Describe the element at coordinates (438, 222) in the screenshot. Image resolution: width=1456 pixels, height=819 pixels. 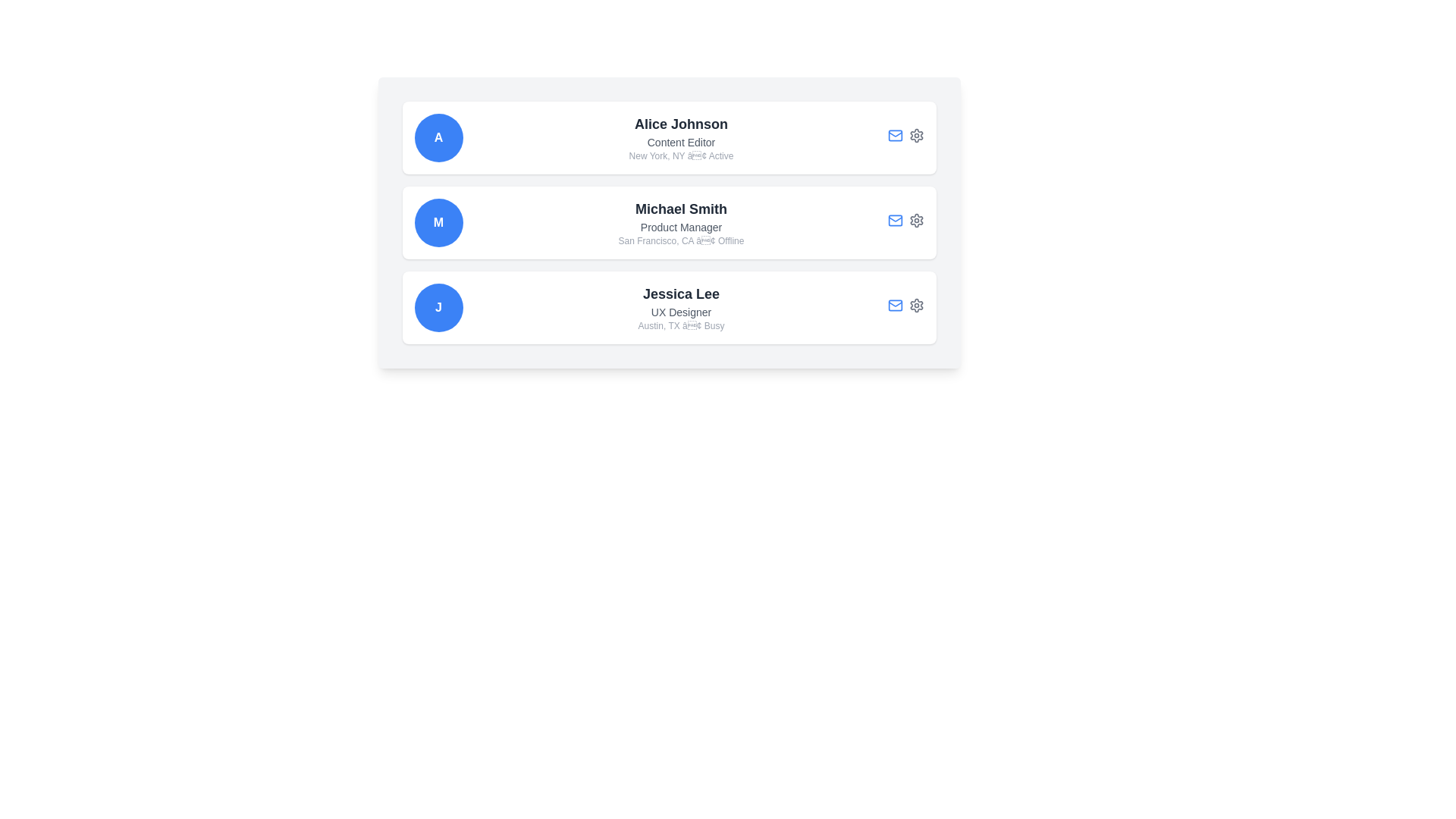
I see `the user profile indicator for 'Michael Smith', which is the second circular icon in the list of user avatars` at that location.